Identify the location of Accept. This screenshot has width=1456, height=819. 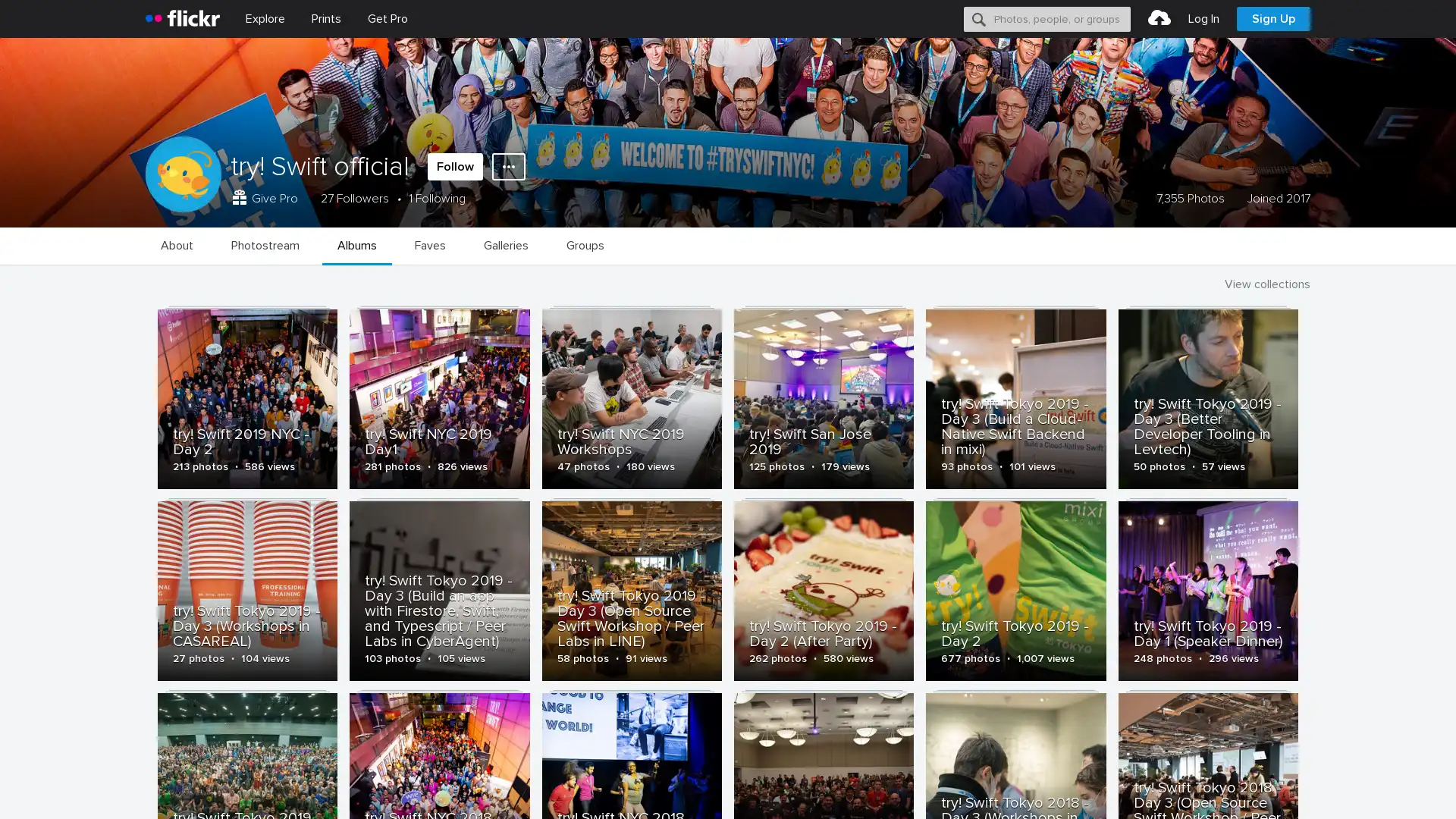
(1156, 789).